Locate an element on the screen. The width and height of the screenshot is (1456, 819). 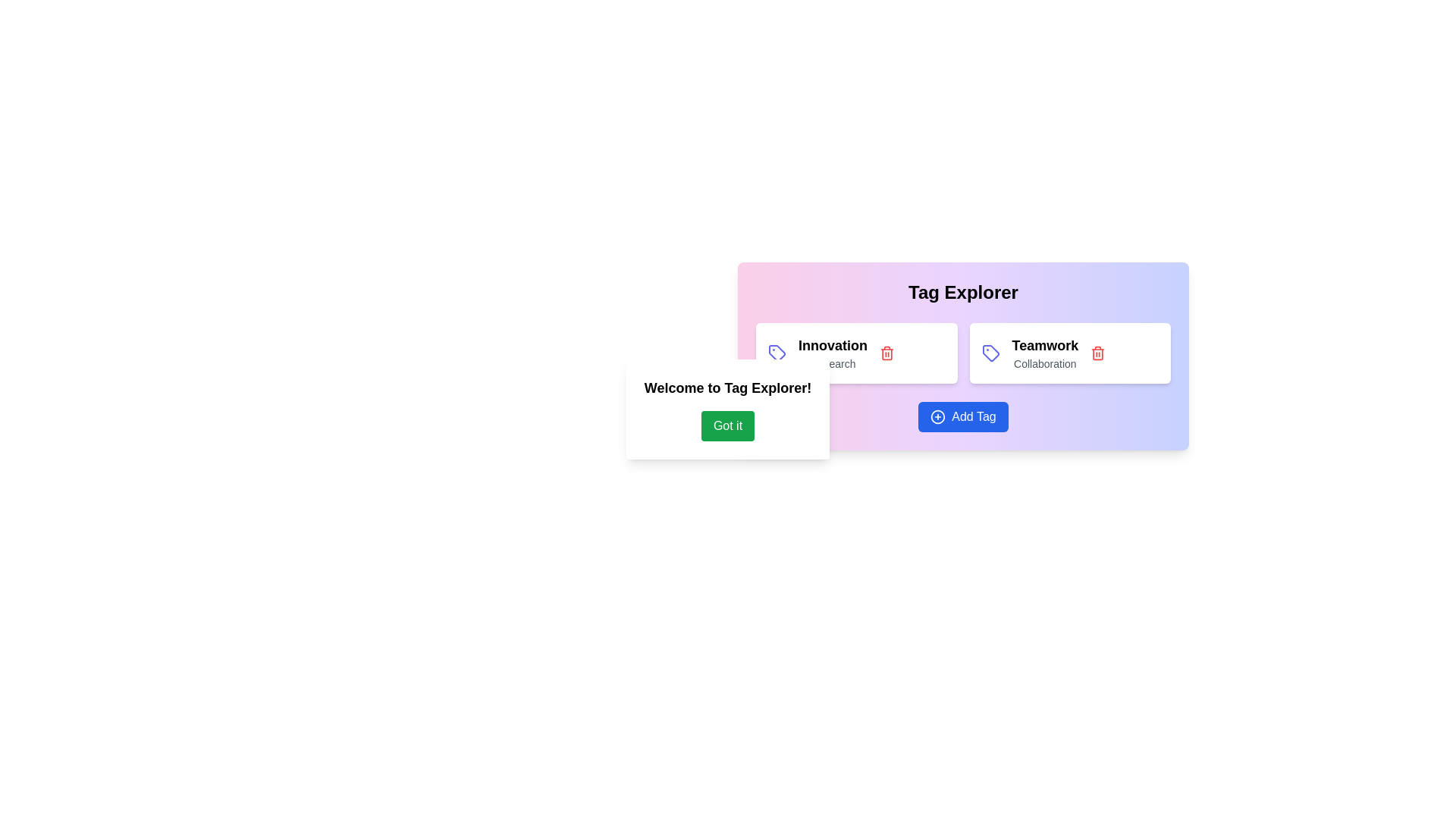
the SVG-based tag icon representing 'Innovation' located in the top-left corner of the first card under 'Tag Explorer' is located at coordinates (777, 353).